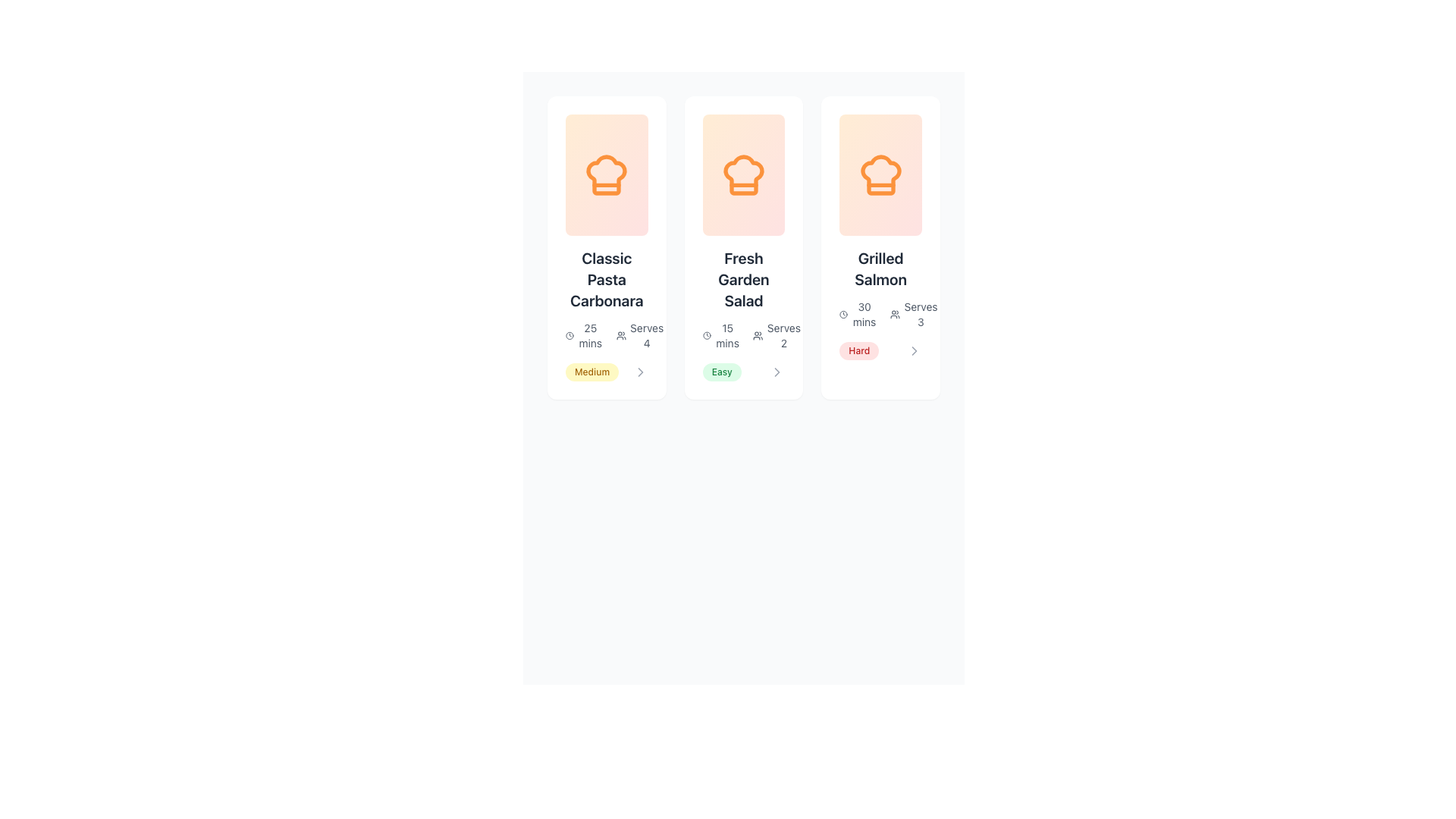  I want to click on text element indicating the number of servings in the bottom right corner of the second card in the card list, so click(640, 335).